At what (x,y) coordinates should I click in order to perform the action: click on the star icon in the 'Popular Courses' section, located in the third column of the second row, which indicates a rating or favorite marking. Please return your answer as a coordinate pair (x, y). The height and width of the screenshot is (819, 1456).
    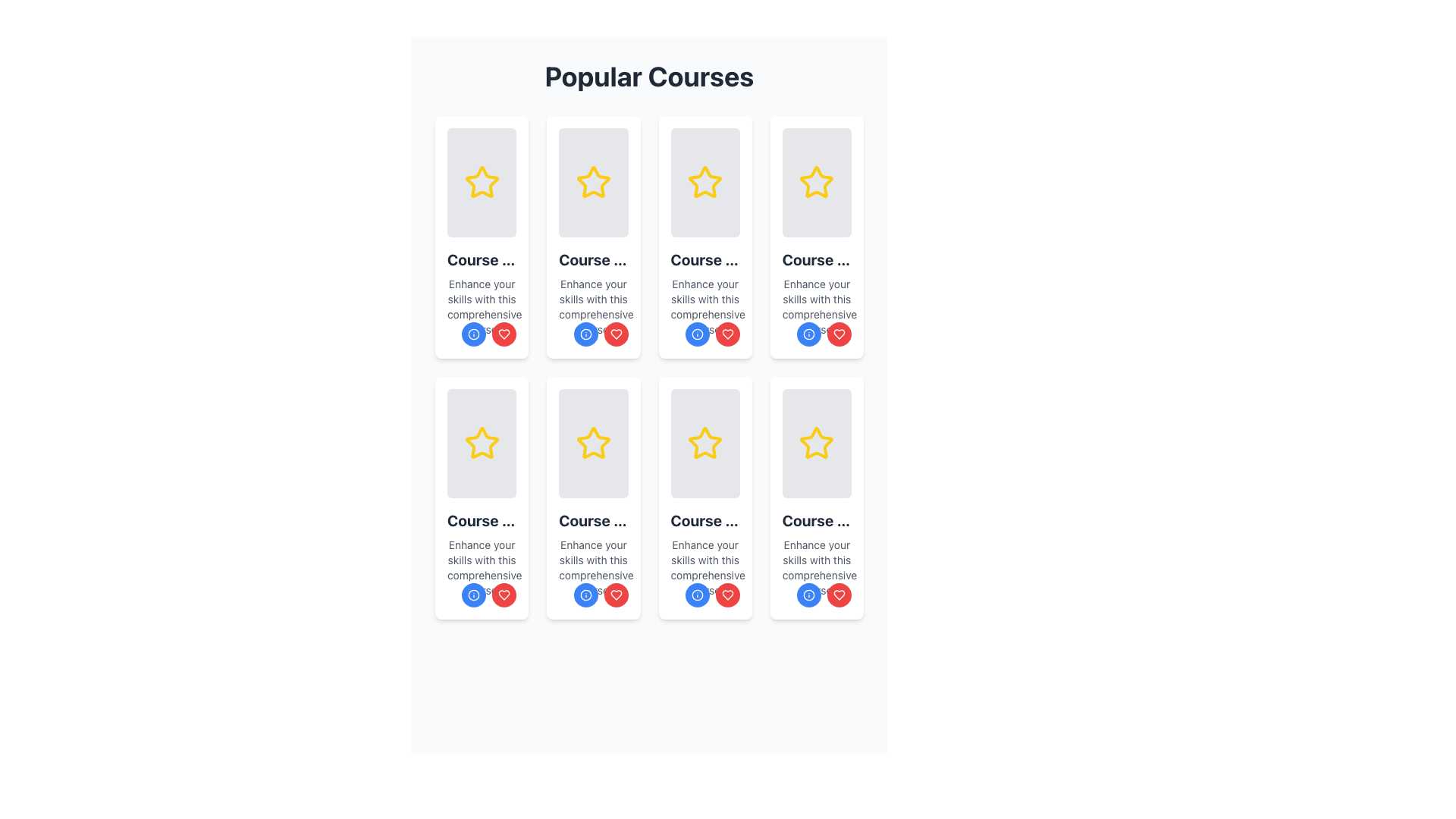
    Looking at the image, I should click on (704, 444).